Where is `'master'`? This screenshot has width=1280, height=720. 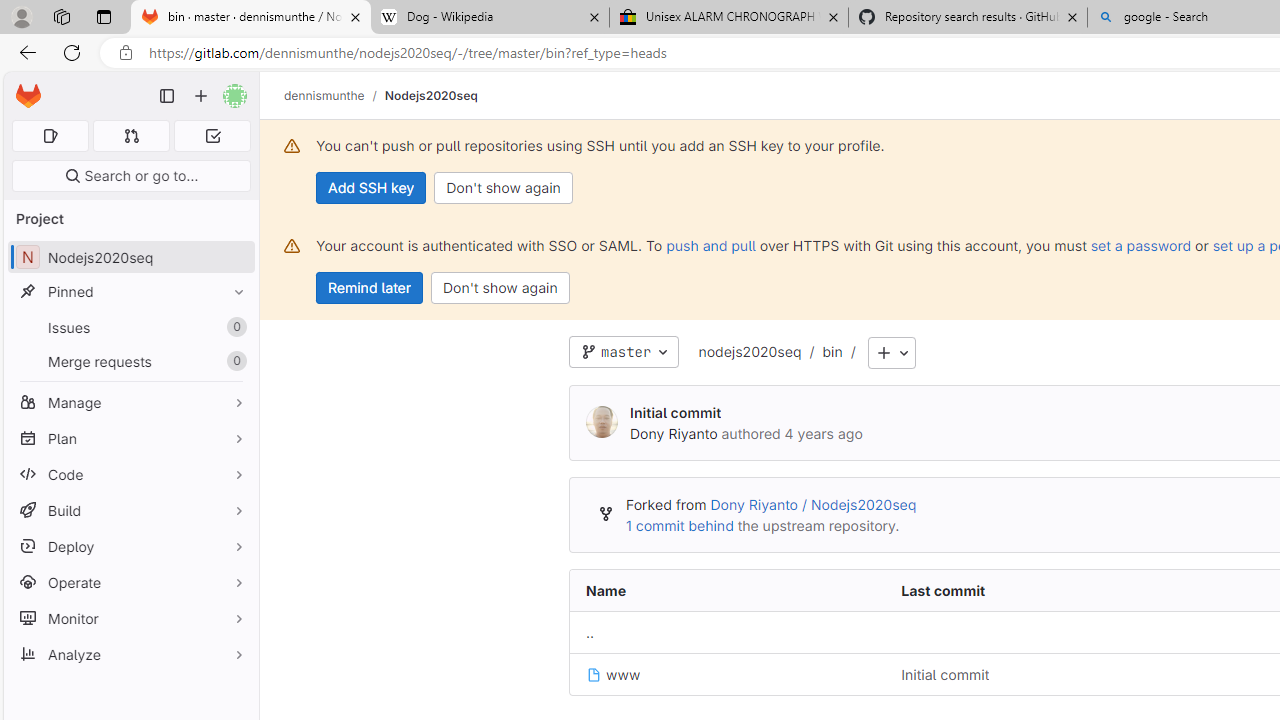
'master' is located at coordinates (623, 351).